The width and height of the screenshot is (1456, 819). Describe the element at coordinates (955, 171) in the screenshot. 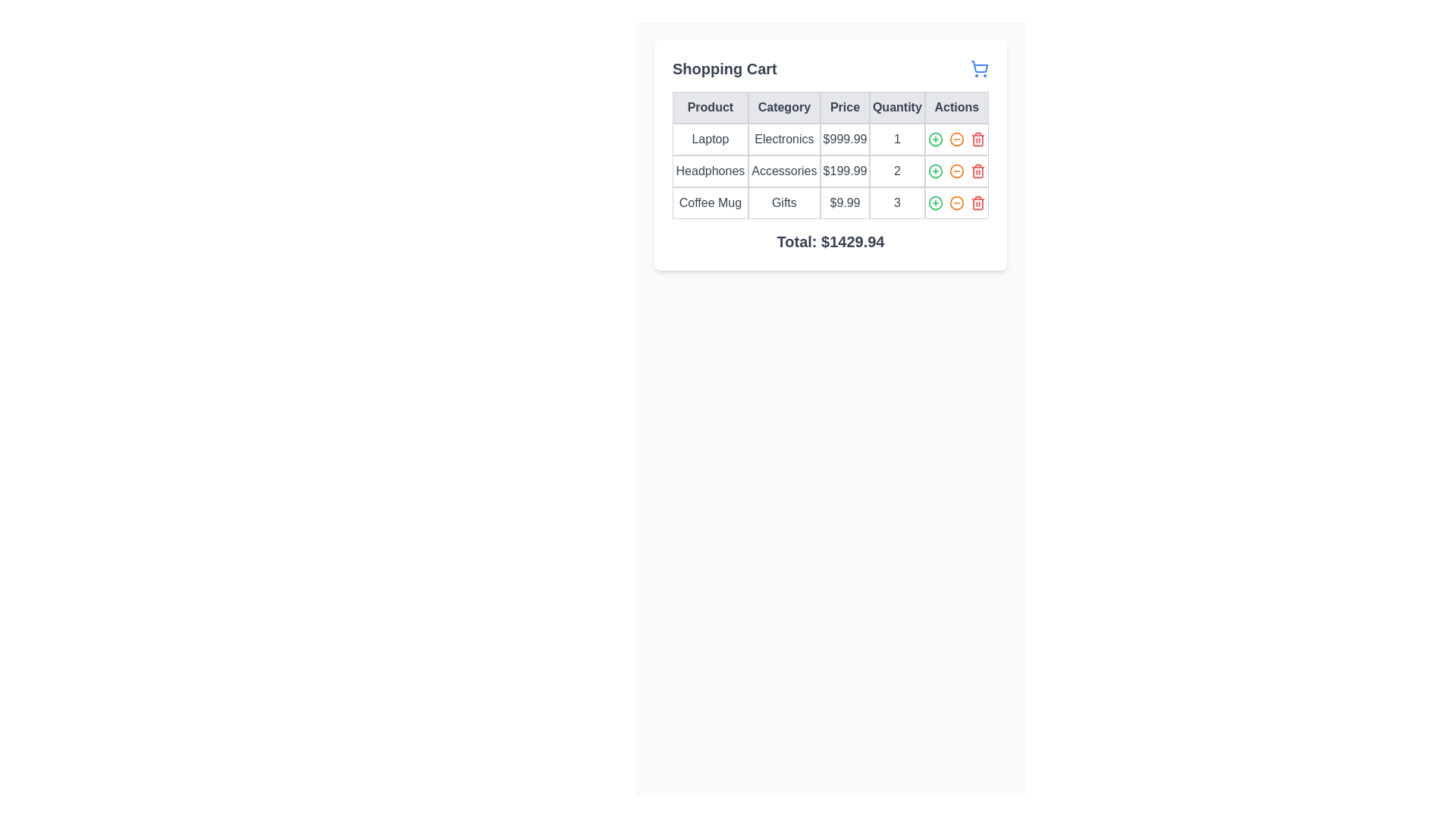

I see `the orange circular button with a white minus symbol located in the 'Actions' column of the 'Headphones' row in the 'Shopping Cart' table` at that location.